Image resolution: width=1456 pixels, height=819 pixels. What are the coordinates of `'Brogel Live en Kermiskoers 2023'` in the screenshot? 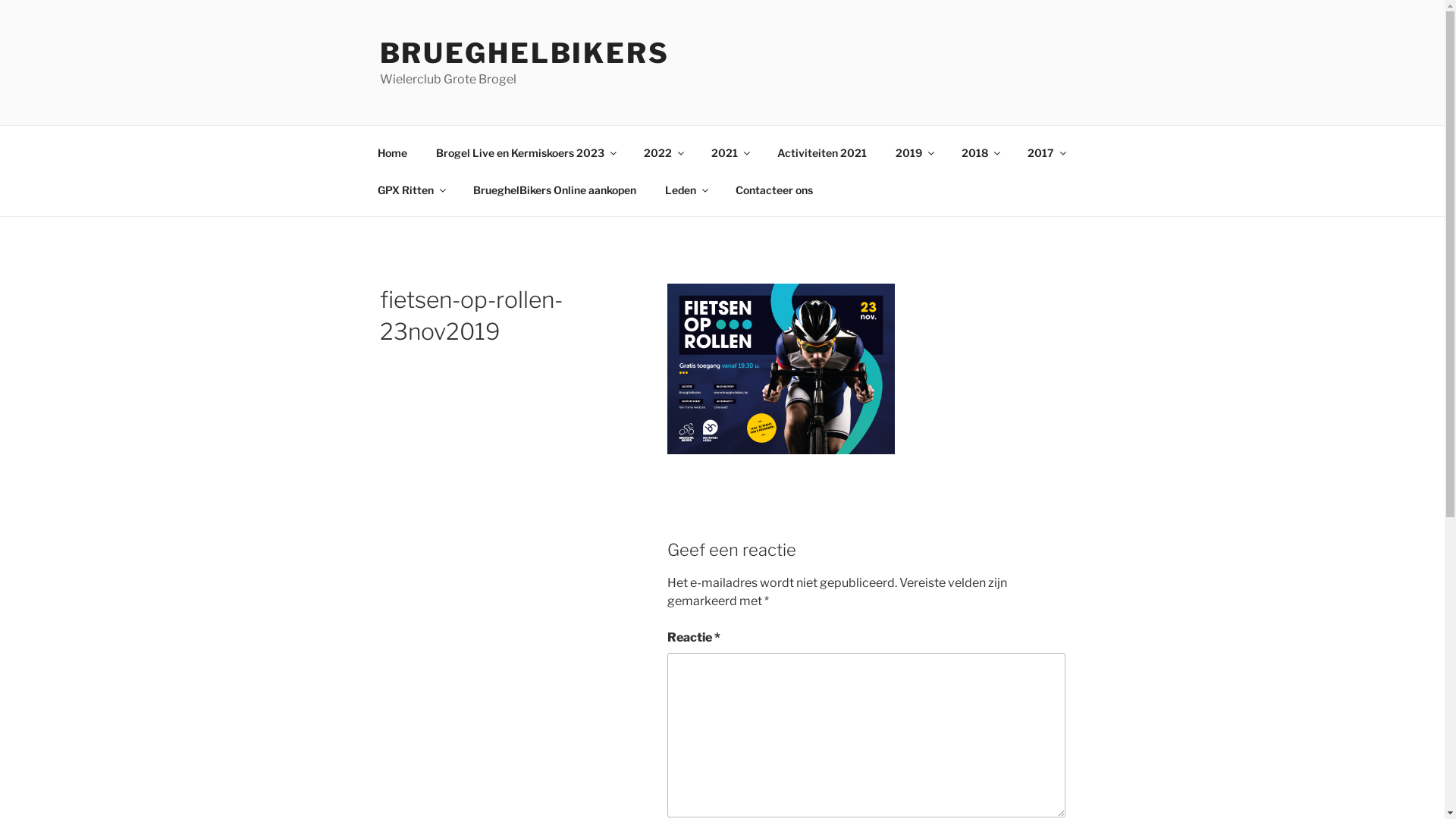 It's located at (526, 152).